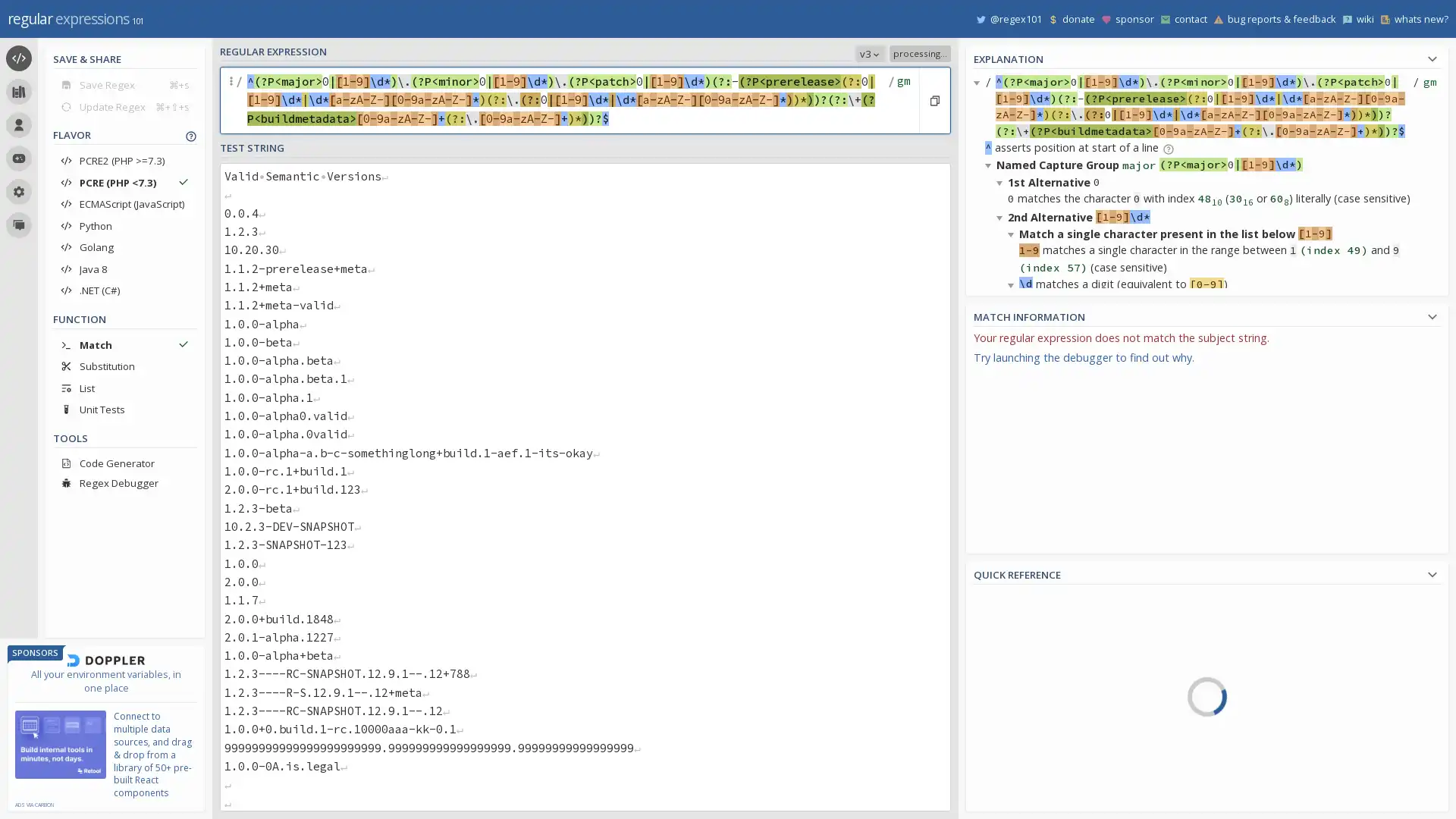 The width and height of the screenshot is (1456, 819). I want to click on Match, so click(124, 344).